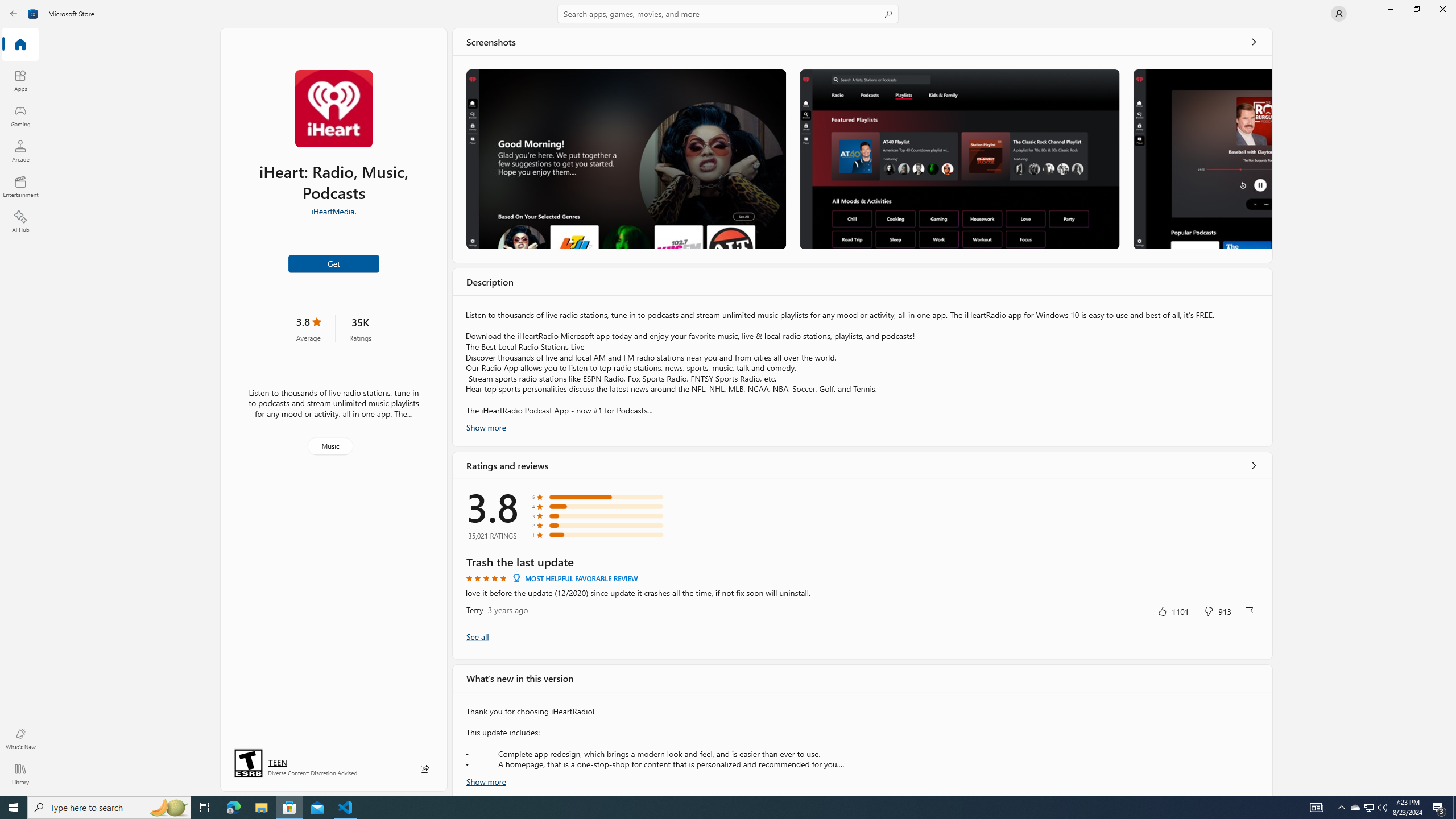 The width and height of the screenshot is (1456, 819). What do you see at coordinates (477, 636) in the screenshot?
I see `'Show all ratings and reviews'` at bounding box center [477, 636].